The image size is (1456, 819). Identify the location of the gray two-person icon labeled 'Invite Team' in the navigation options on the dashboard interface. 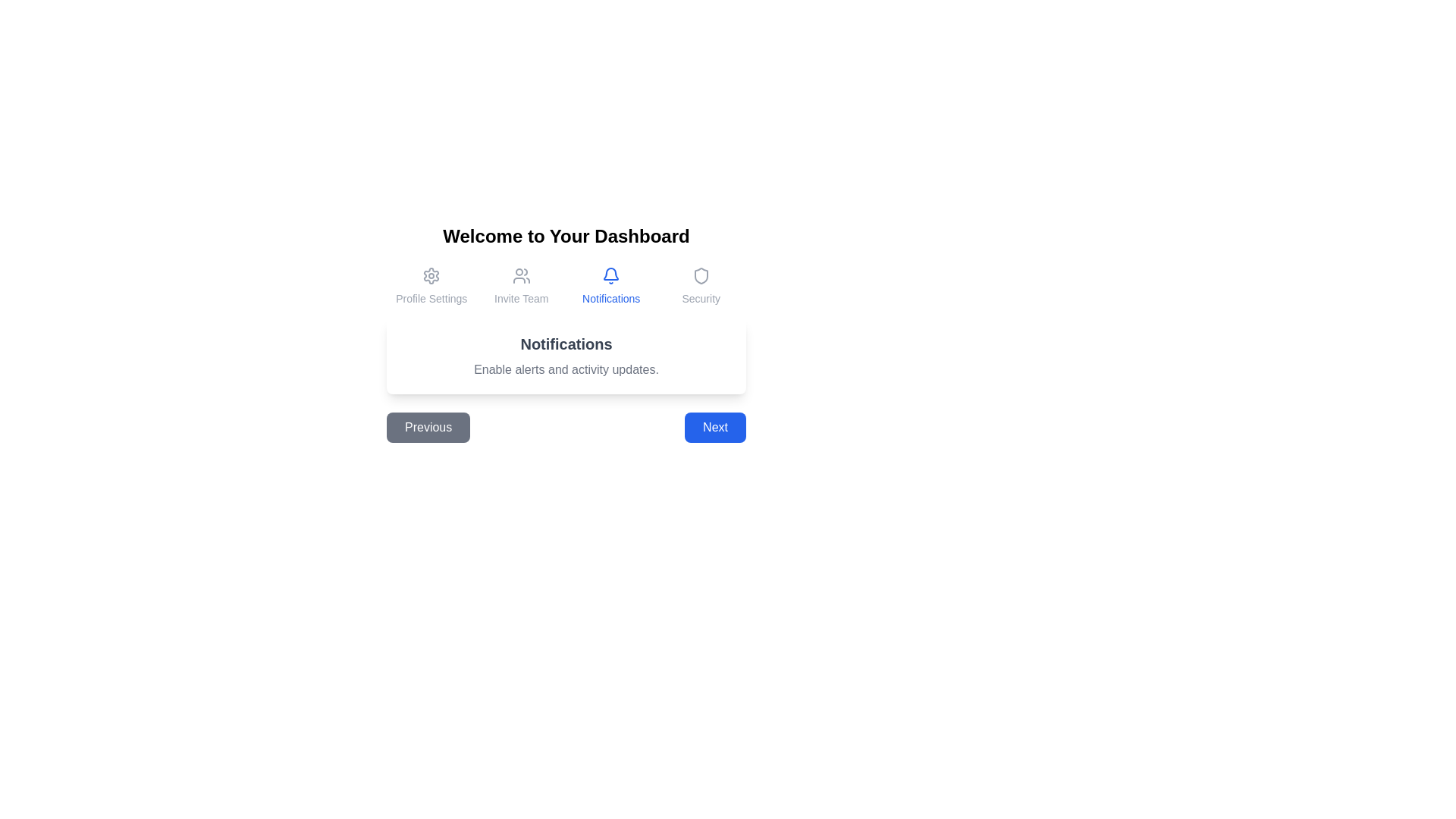
(521, 275).